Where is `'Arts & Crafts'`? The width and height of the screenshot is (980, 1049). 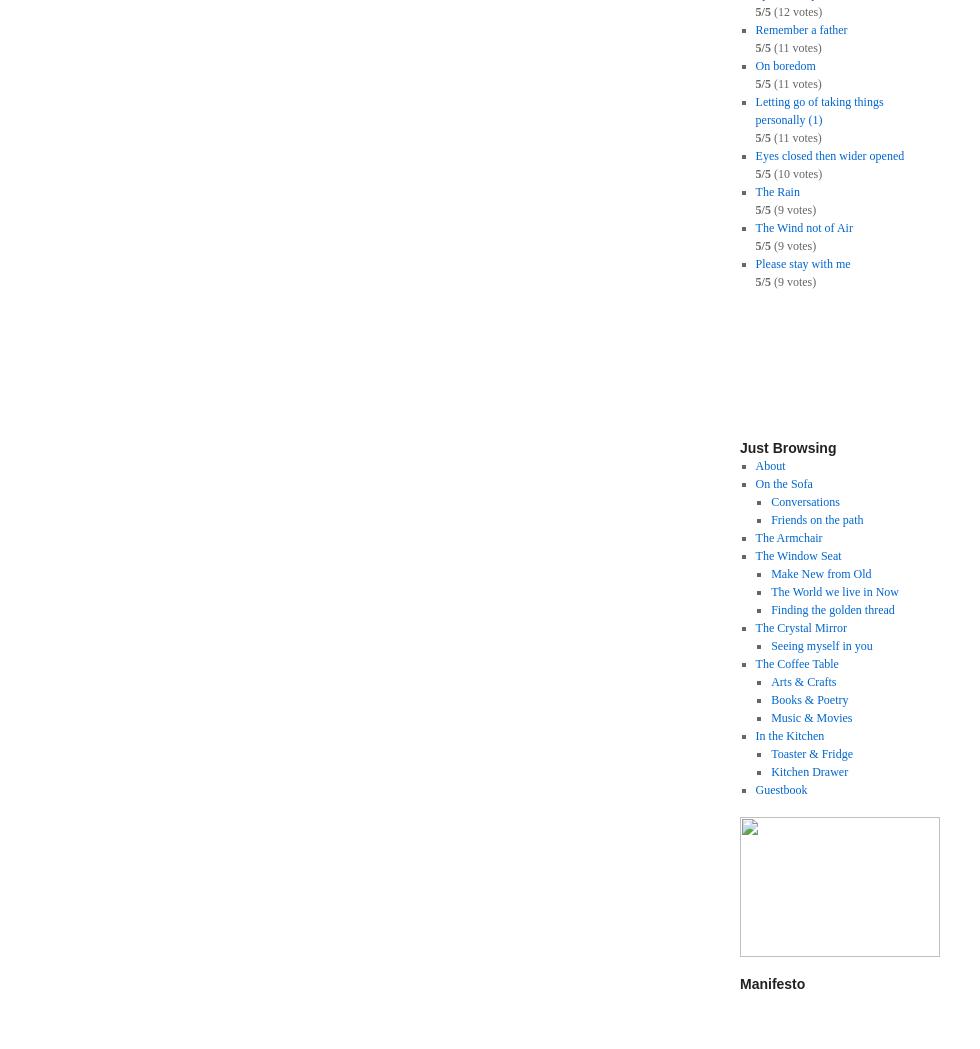
'Arts & Crafts' is located at coordinates (803, 680).